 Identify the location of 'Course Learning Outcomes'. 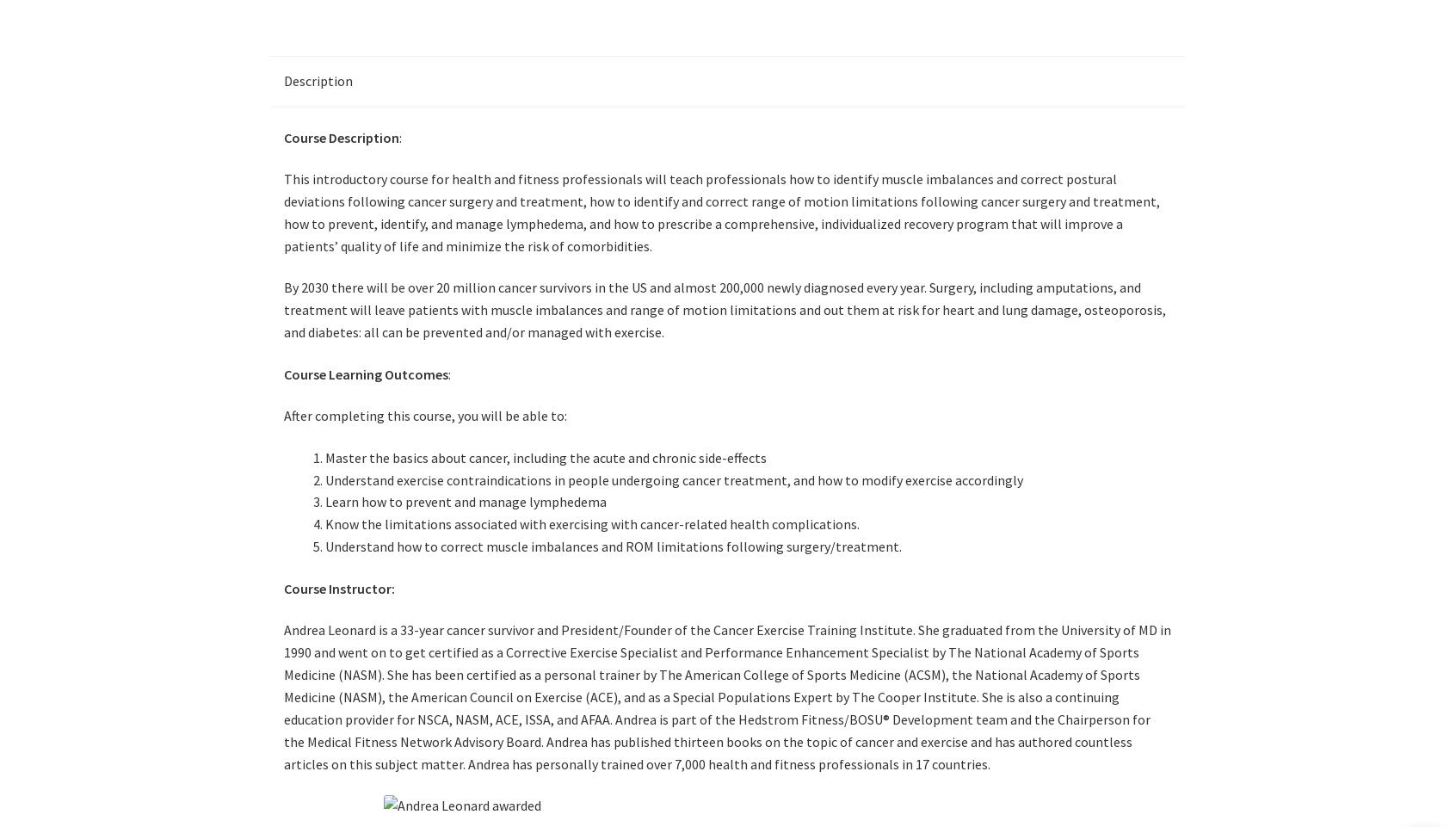
(365, 372).